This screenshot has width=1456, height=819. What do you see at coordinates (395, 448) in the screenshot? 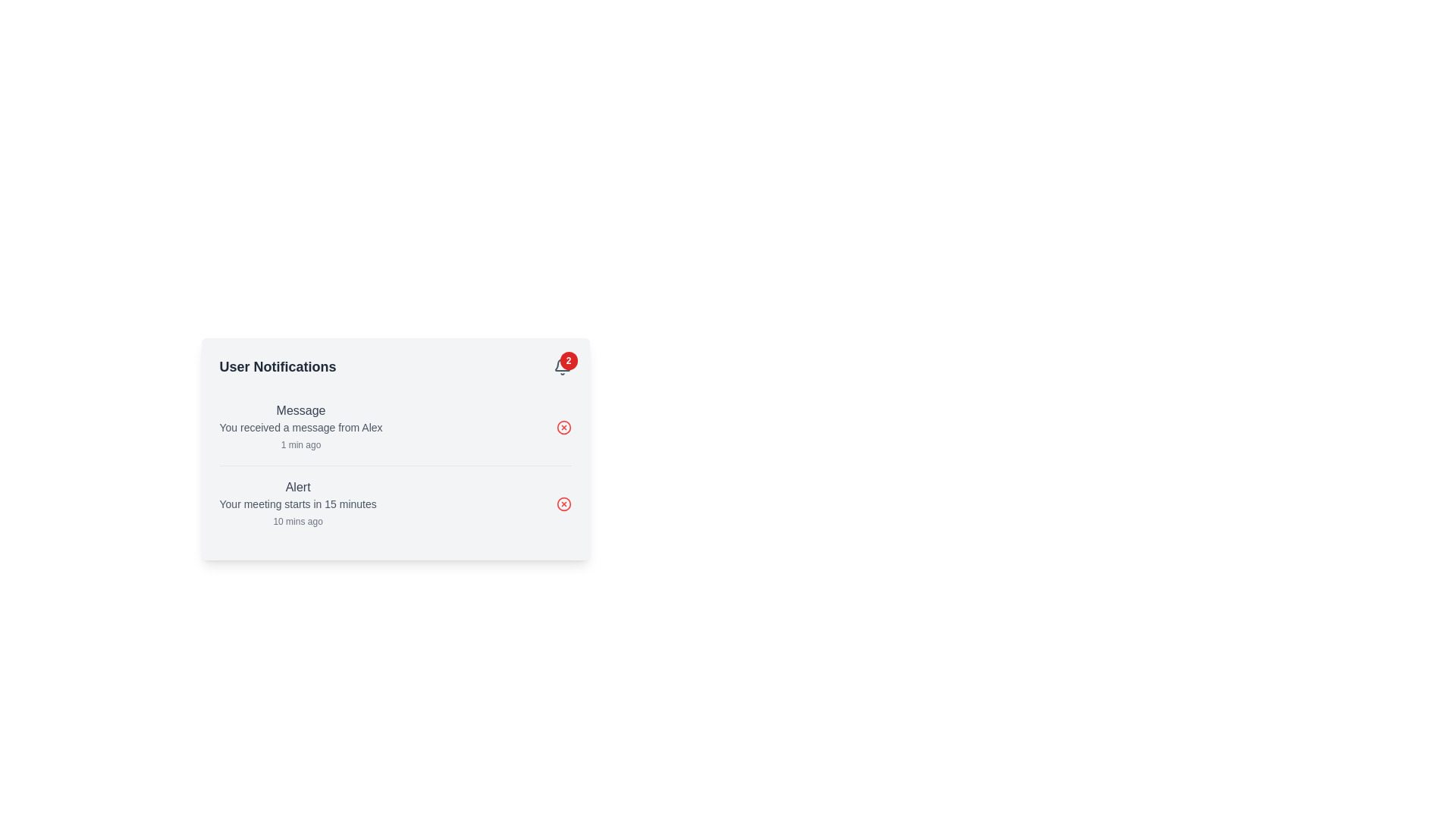
I see `the interactive elements within the 'User Notifications' card, which features a light grey background and contains notifications with titles, descriptions, and timestamps` at bounding box center [395, 448].